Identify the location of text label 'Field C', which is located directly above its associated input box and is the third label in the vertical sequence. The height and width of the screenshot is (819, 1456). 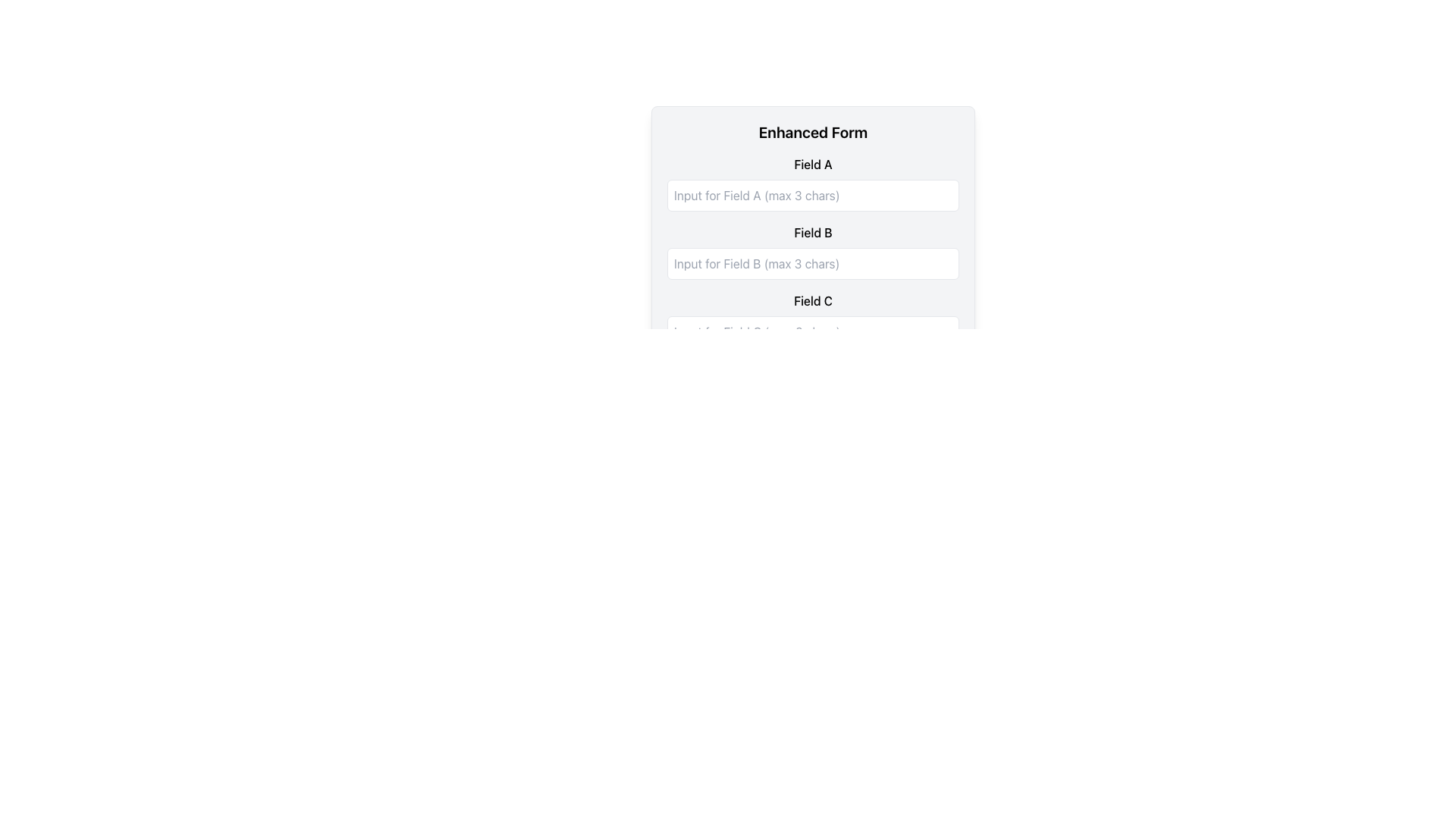
(812, 301).